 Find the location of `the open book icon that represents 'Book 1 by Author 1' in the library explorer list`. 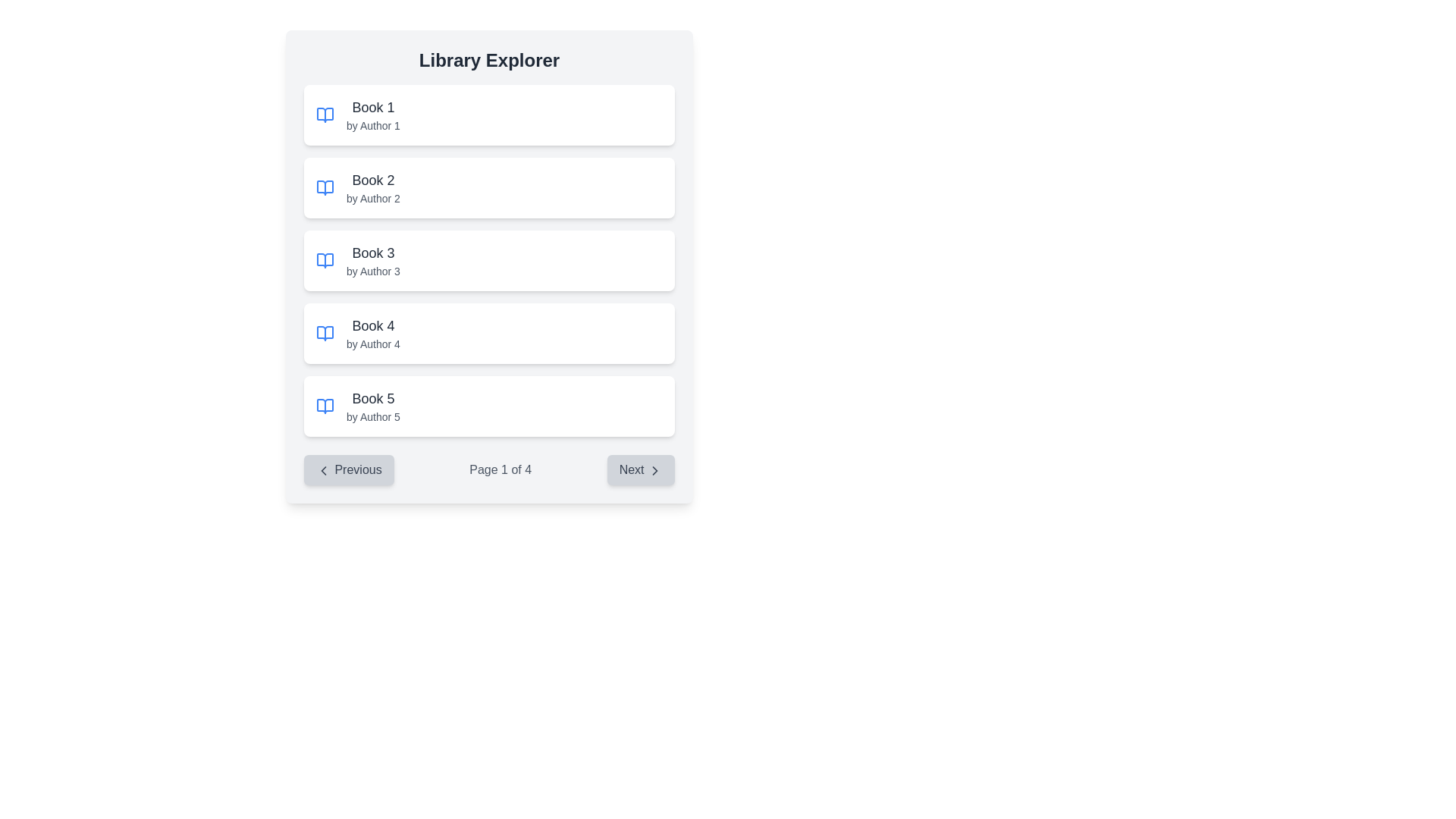

the open book icon that represents 'Book 1 by Author 1' in the library explorer list is located at coordinates (324, 114).